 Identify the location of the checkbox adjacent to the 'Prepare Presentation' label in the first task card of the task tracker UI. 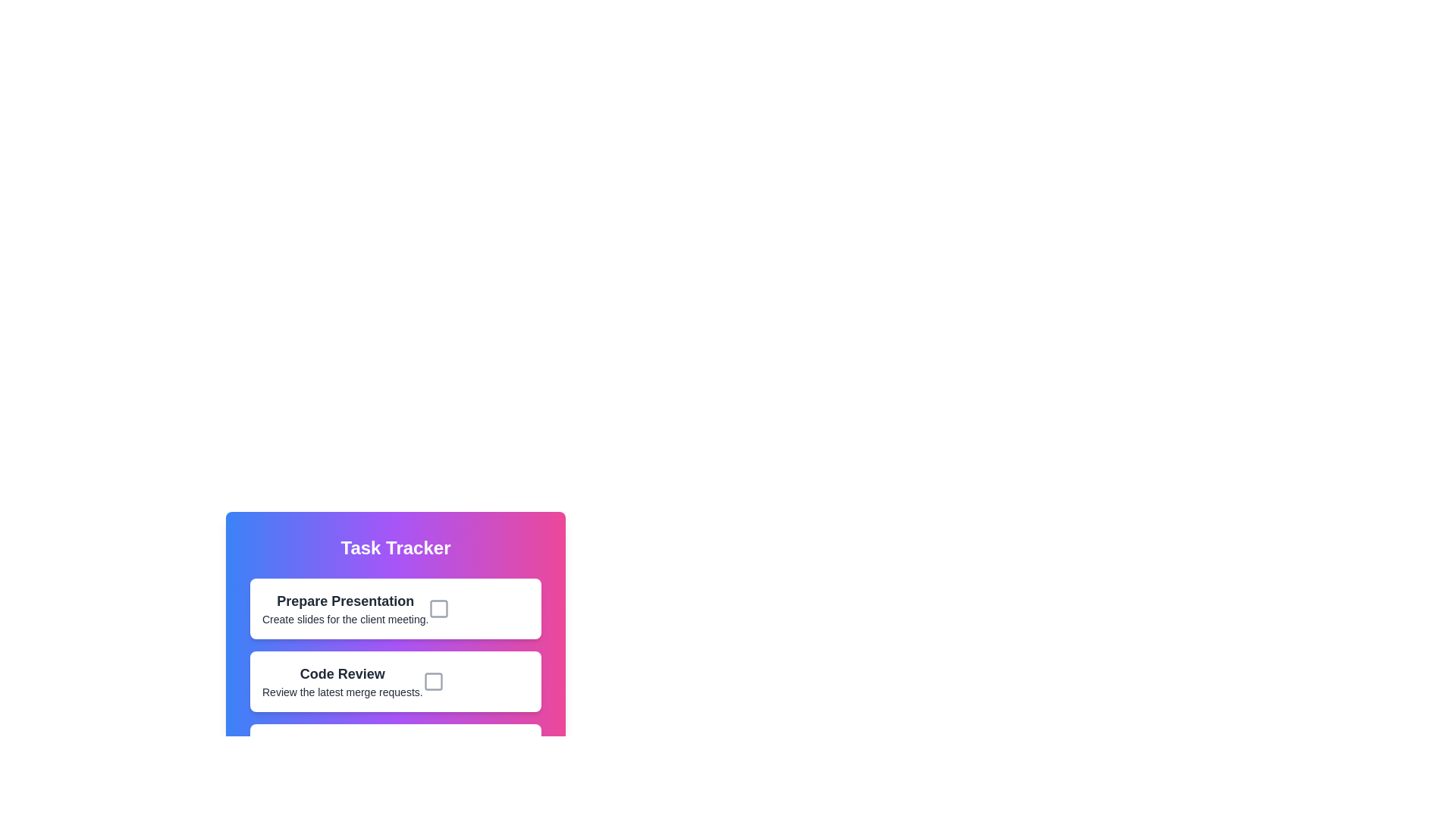
(438, 607).